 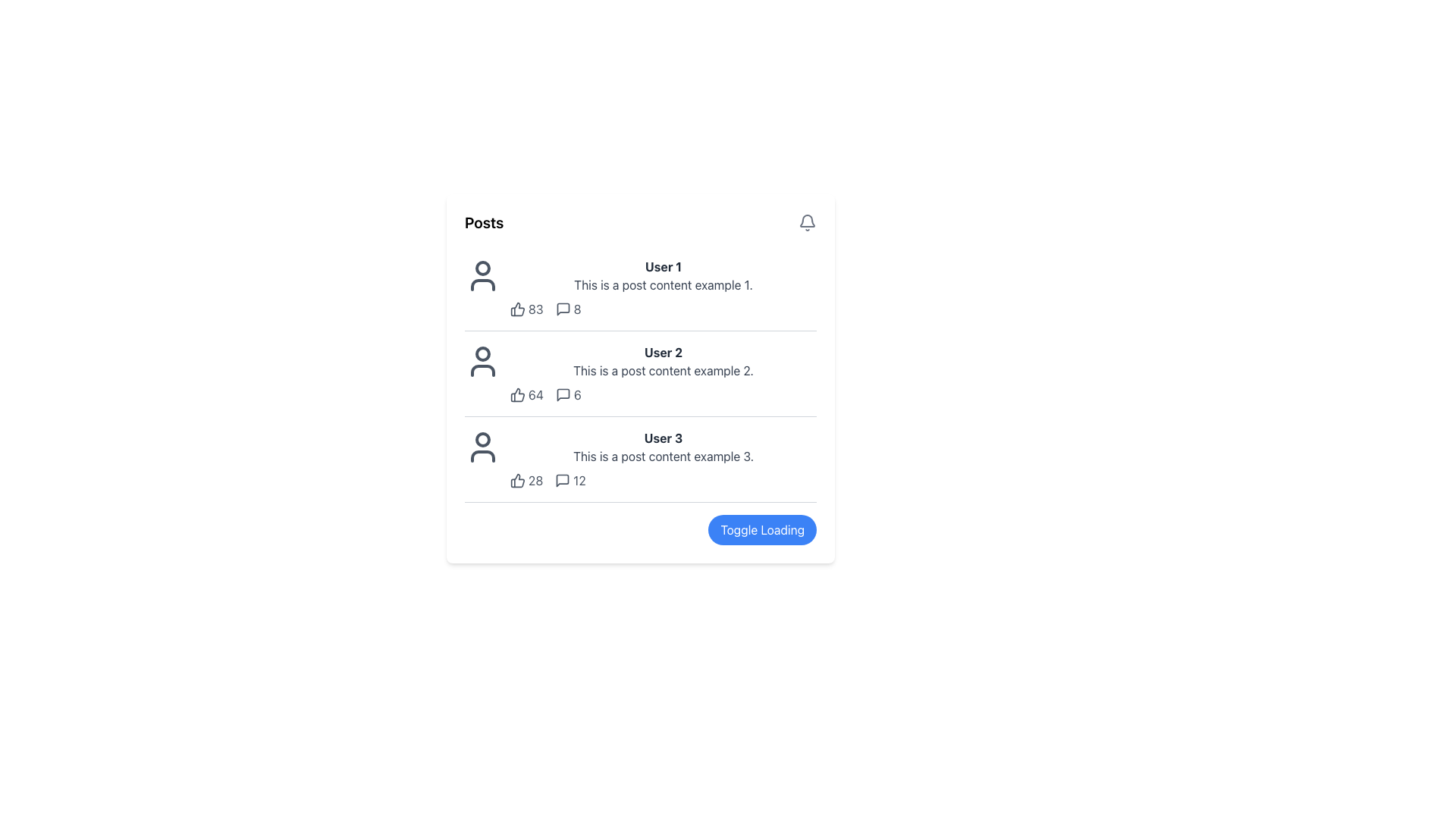 What do you see at coordinates (663, 288) in the screenshot?
I see `the first Post Display Block, which presents the details of a post including the author's name, content, and engagement metrics` at bounding box center [663, 288].